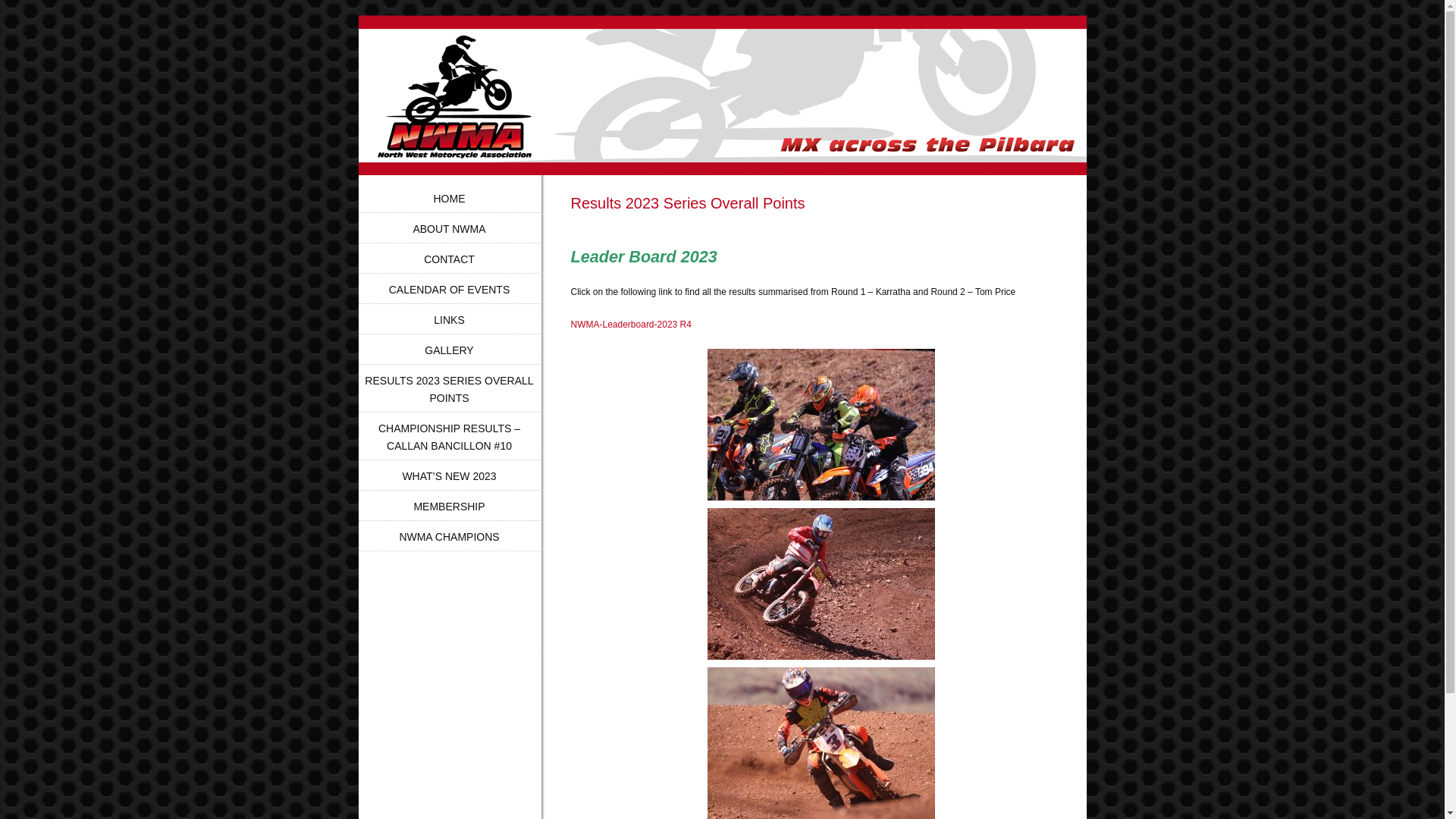 Image resolution: width=1456 pixels, height=819 pixels. Describe the element at coordinates (448, 259) in the screenshot. I see `'CONTACT'` at that location.